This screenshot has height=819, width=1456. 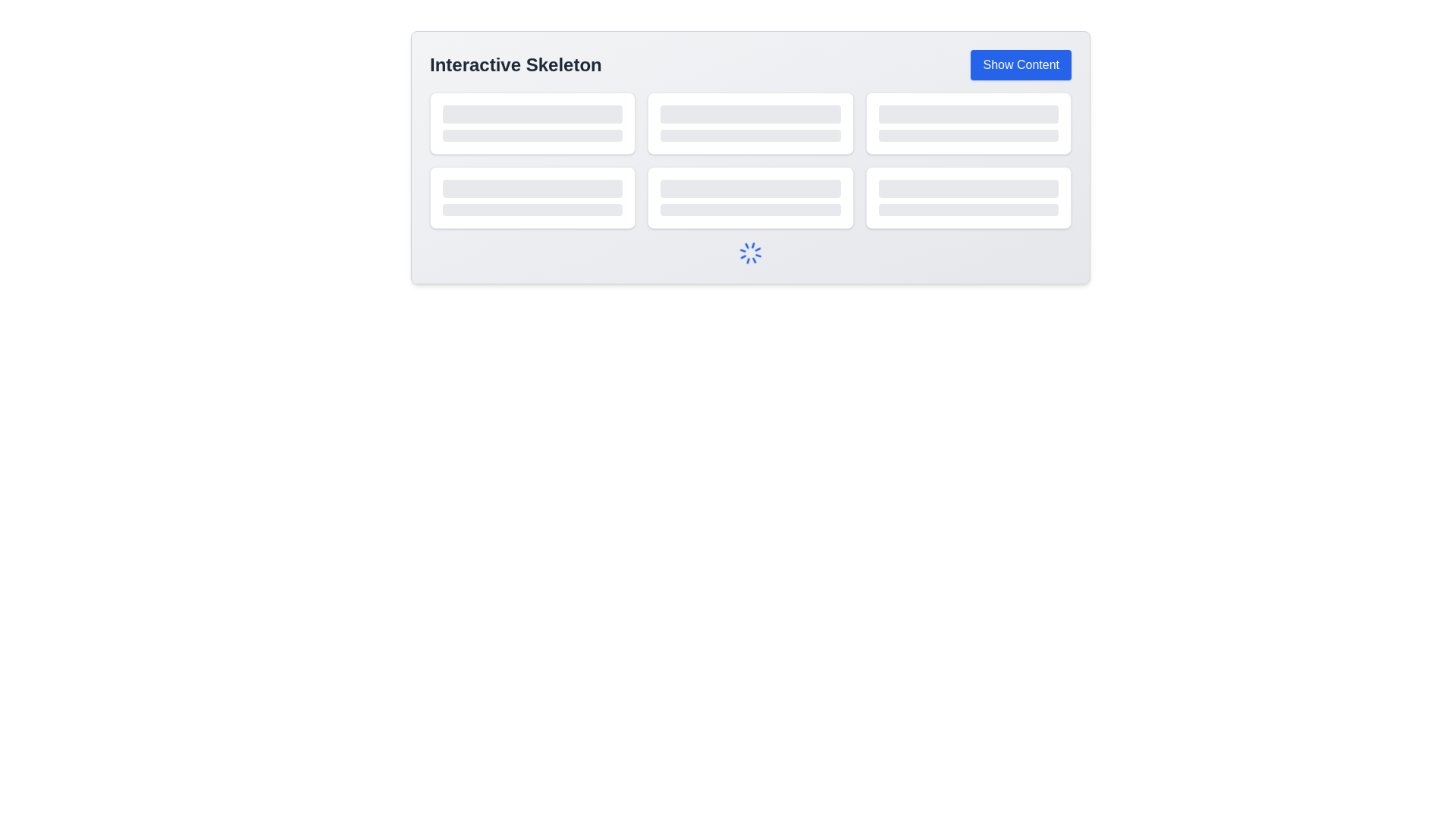 I want to click on the second placeholder bar (non-interactive) located below the text heading 'Interactive Skeleton', which is styled in gray with rounded ends, so click(x=532, y=210).